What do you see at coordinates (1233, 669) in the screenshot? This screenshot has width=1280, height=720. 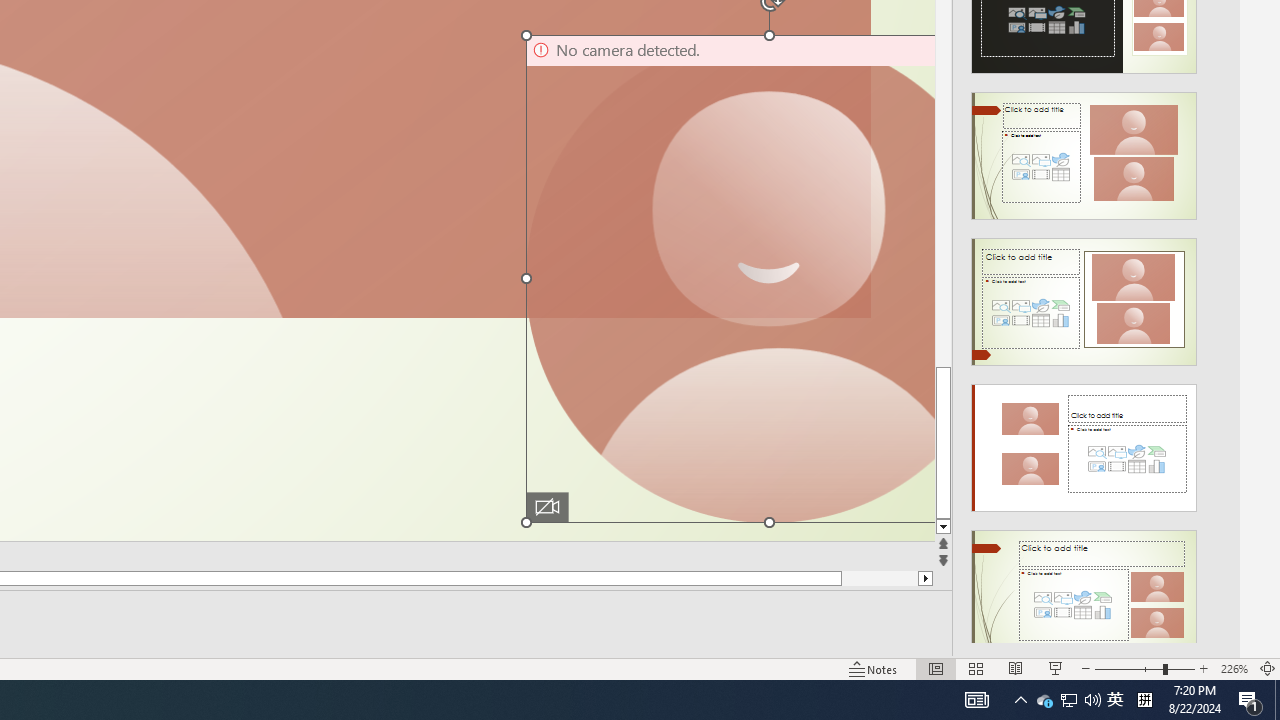 I see `'Zoom 226%'` at bounding box center [1233, 669].